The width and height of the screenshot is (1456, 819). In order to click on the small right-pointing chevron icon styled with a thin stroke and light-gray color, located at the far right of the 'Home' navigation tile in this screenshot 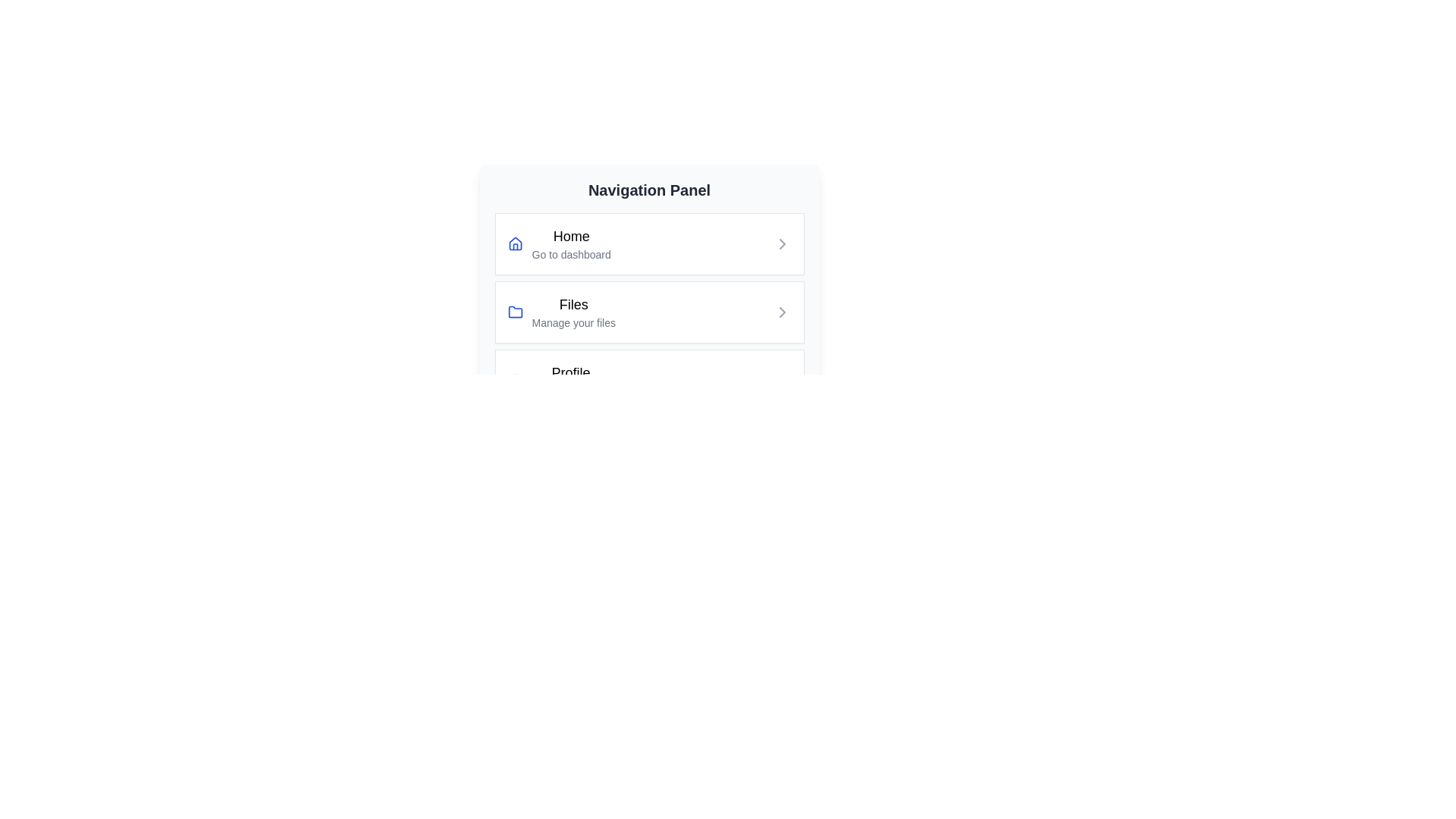, I will do `click(782, 243)`.